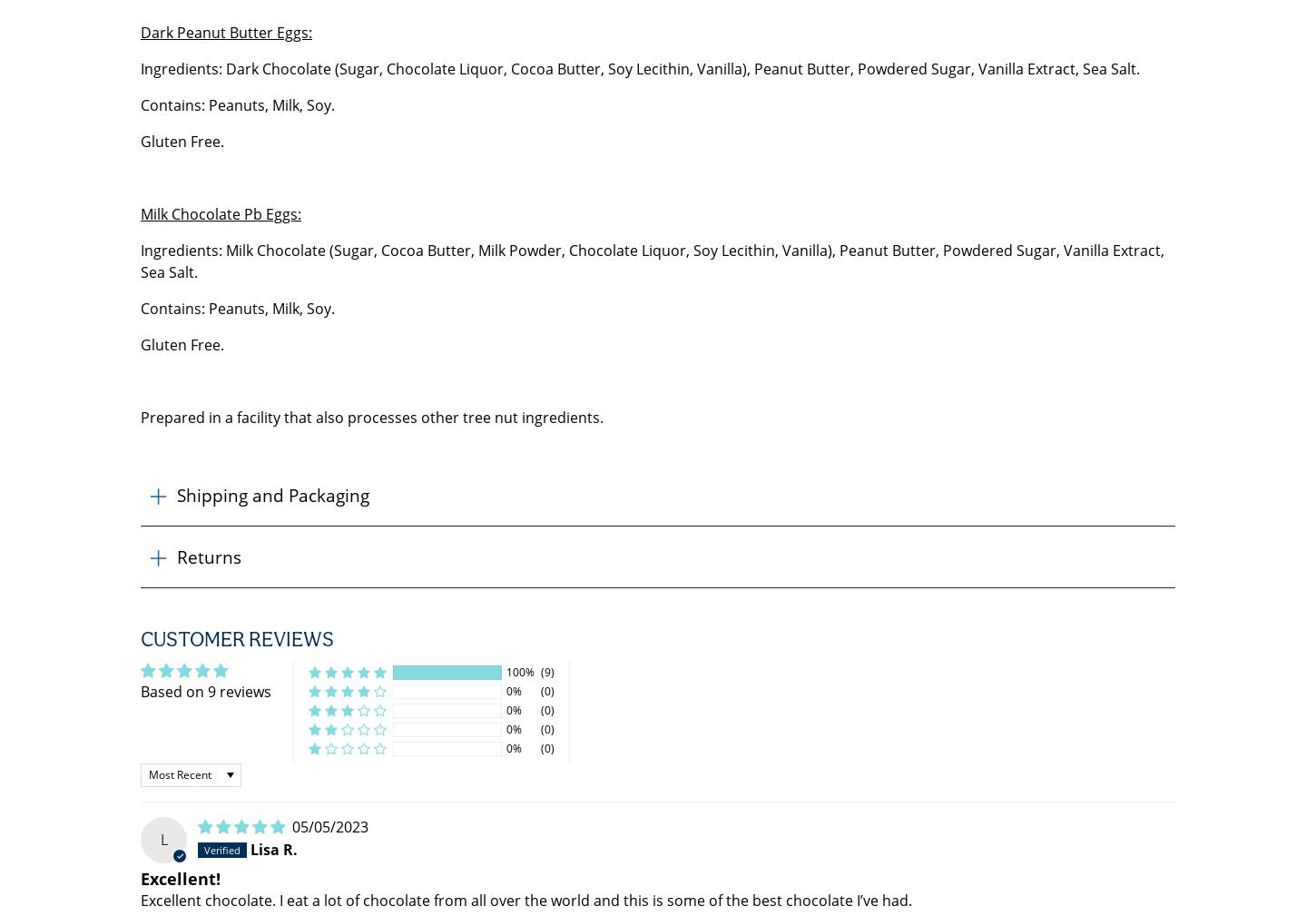 The height and width of the screenshot is (916, 1316). I want to click on 'Excellent chocolate. I eat a lot of chocolate from all over the world and this is some of the best chocolate I’ve had.', so click(526, 901).